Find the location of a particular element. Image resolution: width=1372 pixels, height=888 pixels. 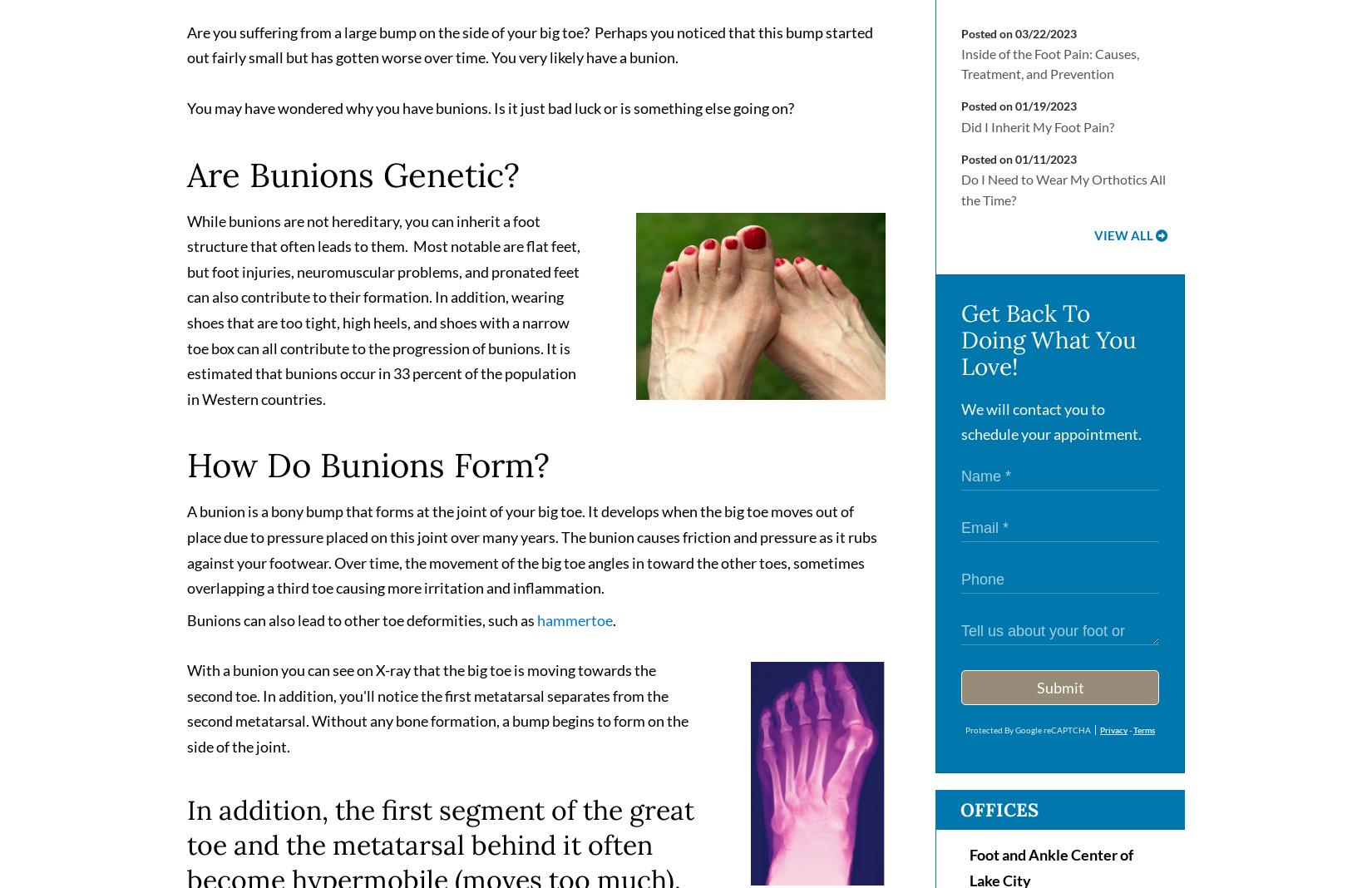

'Get Back To Doing What You Love!' is located at coordinates (1048, 346).